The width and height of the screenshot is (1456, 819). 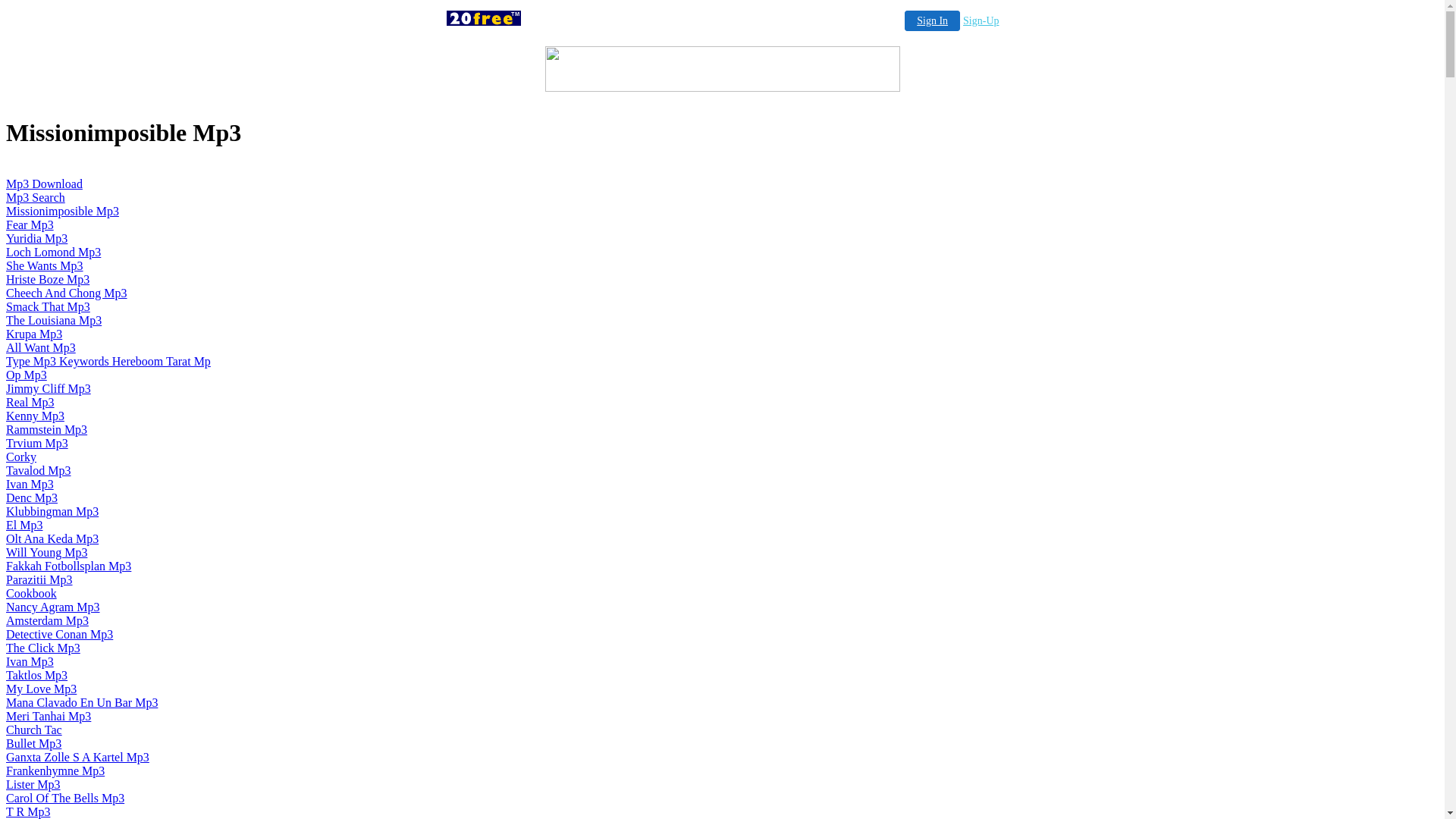 What do you see at coordinates (36, 238) in the screenshot?
I see `'Yuridia Mp3'` at bounding box center [36, 238].